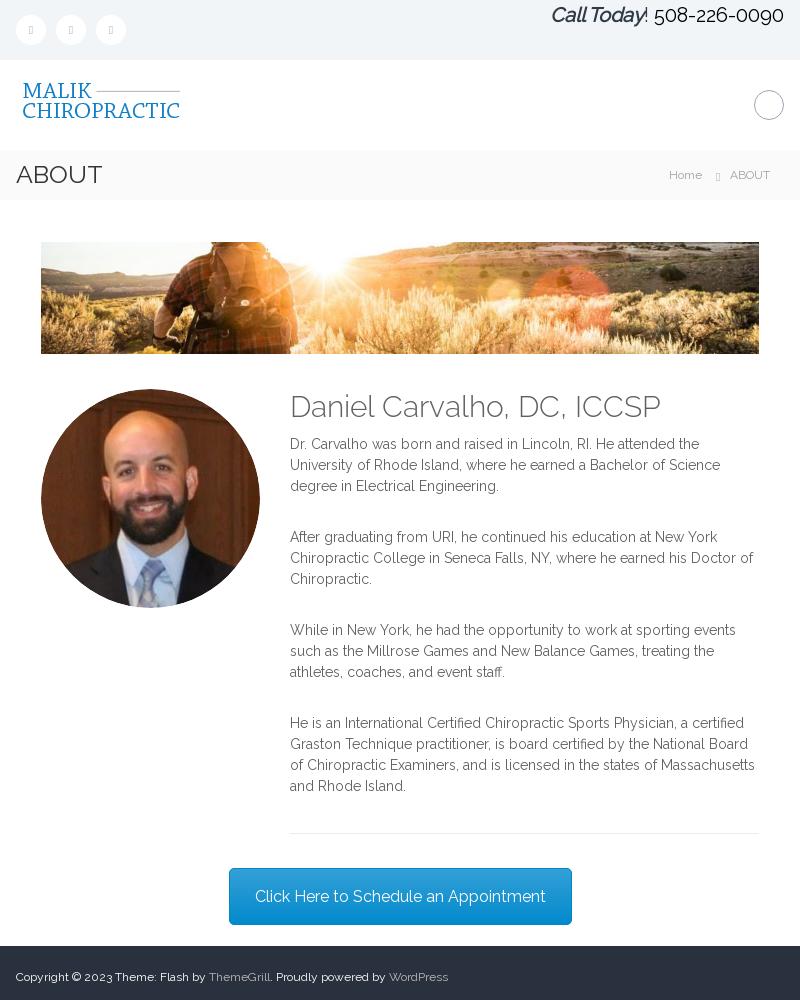 This screenshot has width=800, height=1000. I want to click on 'Daniel Carvalho, DC, ICCSP', so click(475, 405).